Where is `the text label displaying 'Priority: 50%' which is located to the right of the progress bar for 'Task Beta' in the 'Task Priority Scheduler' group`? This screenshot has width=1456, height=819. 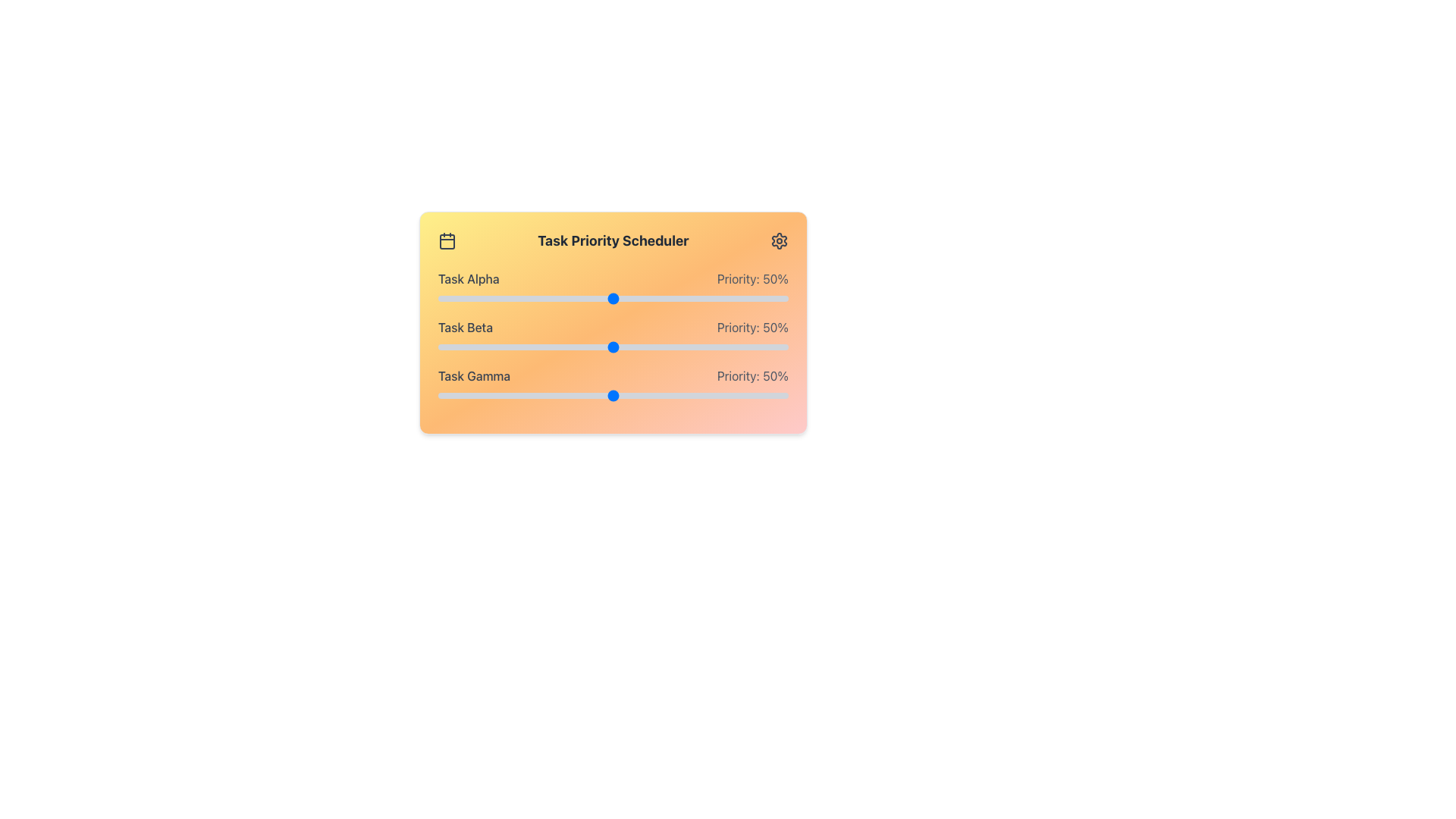 the text label displaying 'Priority: 50%' which is located to the right of the progress bar for 'Task Beta' in the 'Task Priority Scheduler' group is located at coordinates (752, 327).